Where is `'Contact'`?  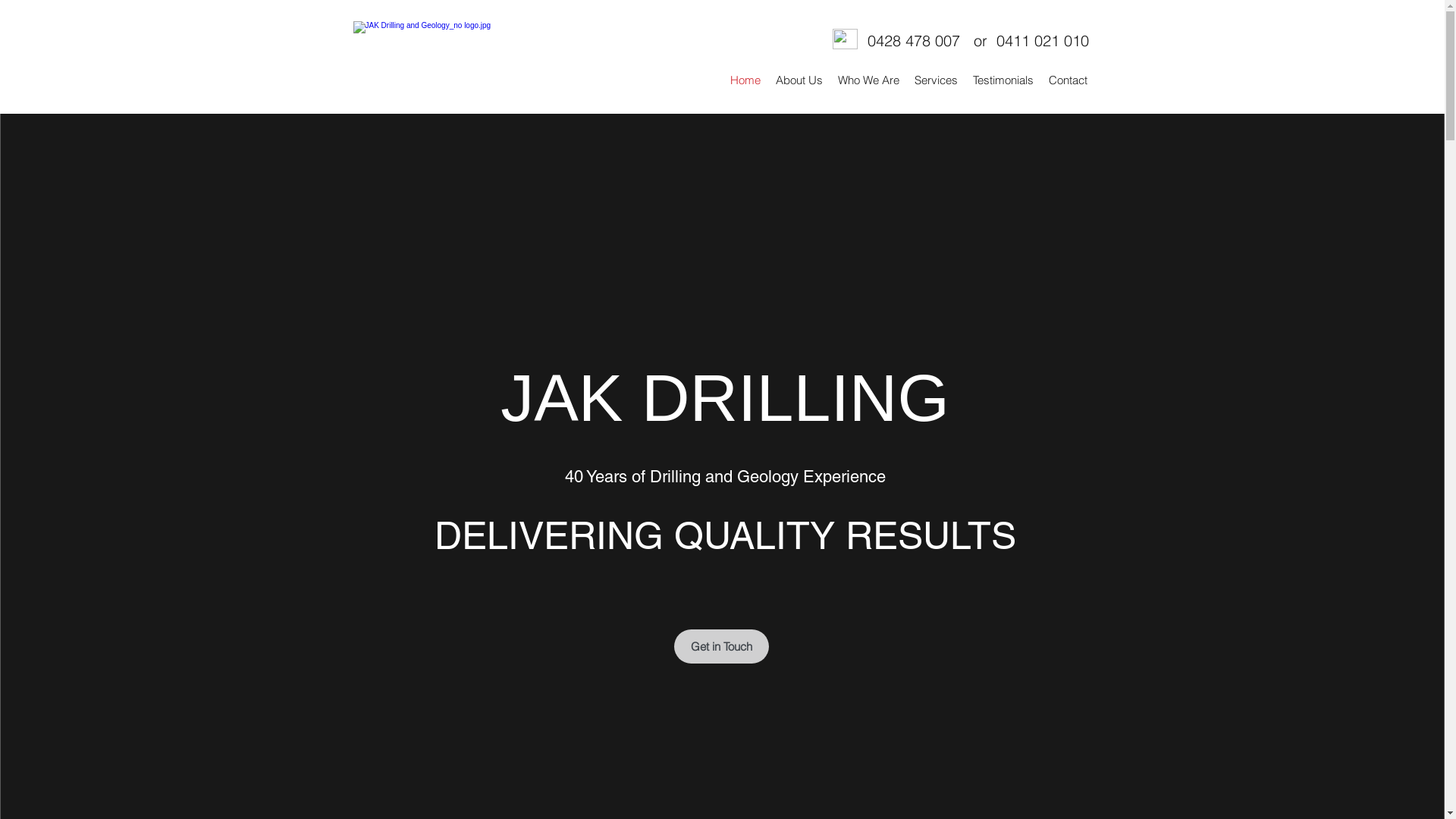 'Contact' is located at coordinates (1066, 80).